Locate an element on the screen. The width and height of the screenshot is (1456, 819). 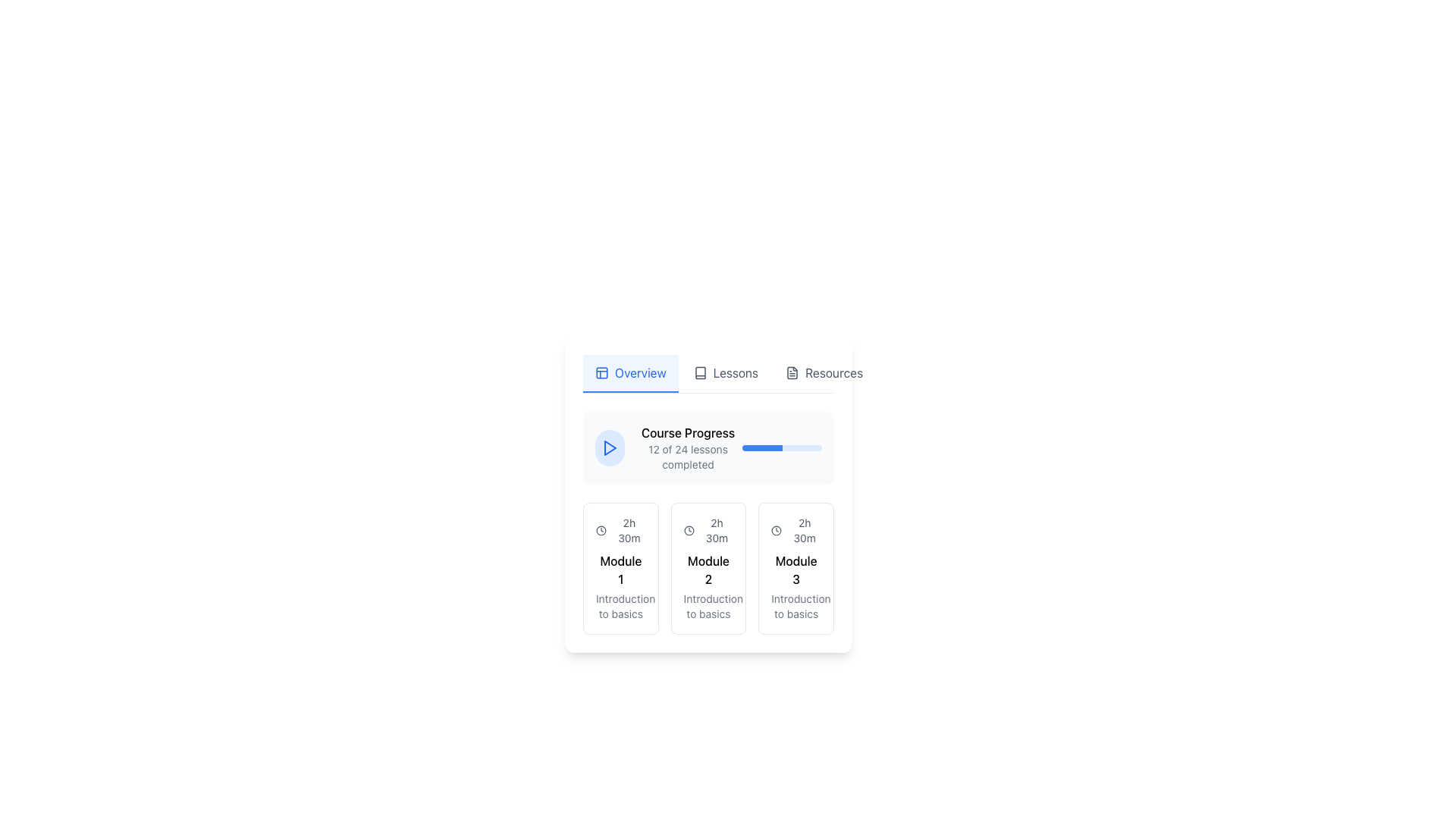
the 'Course Progress' text label, which is prominently displayed in bold within a card-like component, indicating its significance in the interface is located at coordinates (687, 432).